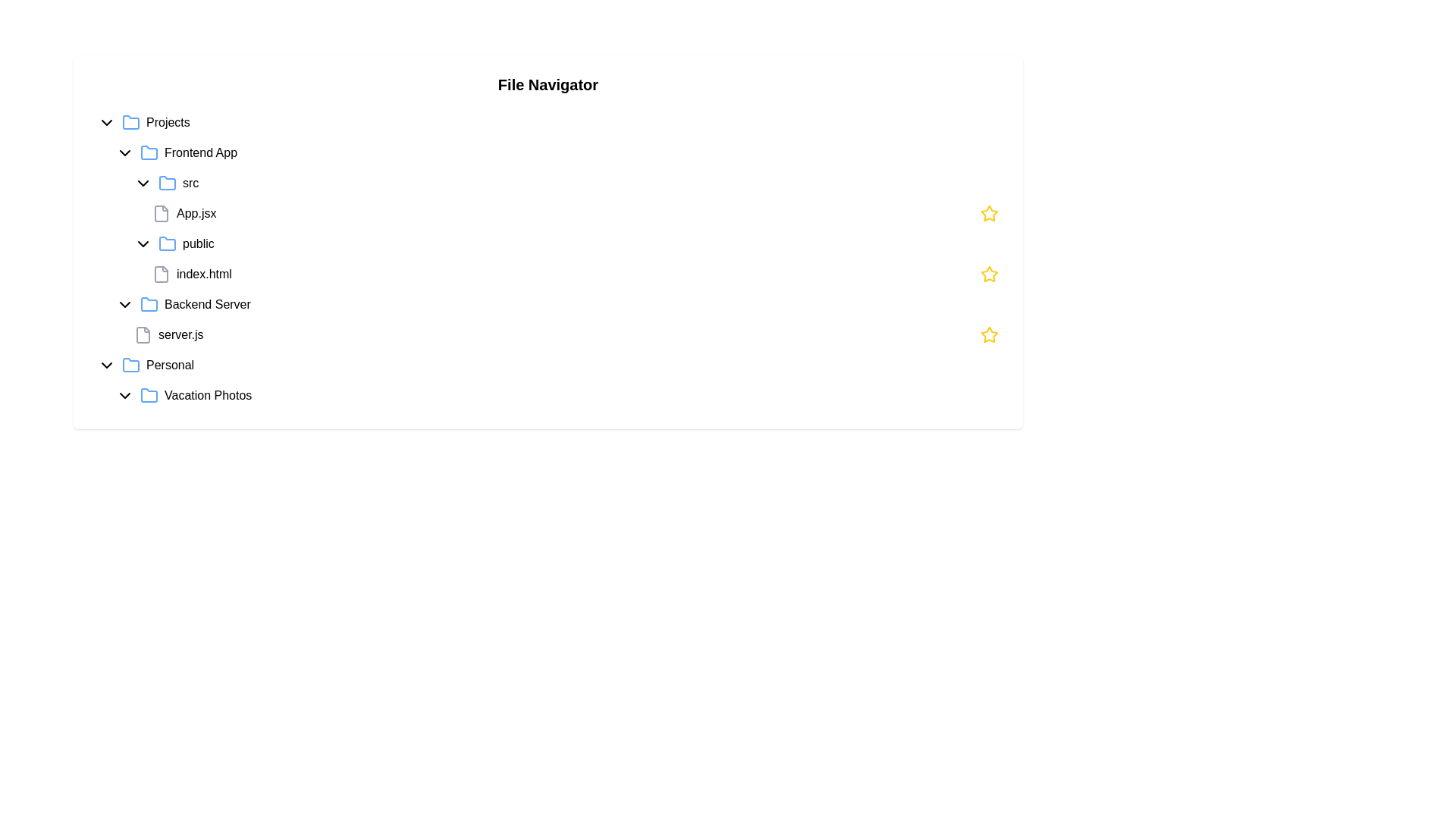  What do you see at coordinates (143, 334) in the screenshot?
I see `the file icon representing 'server.js' in the file navigator` at bounding box center [143, 334].